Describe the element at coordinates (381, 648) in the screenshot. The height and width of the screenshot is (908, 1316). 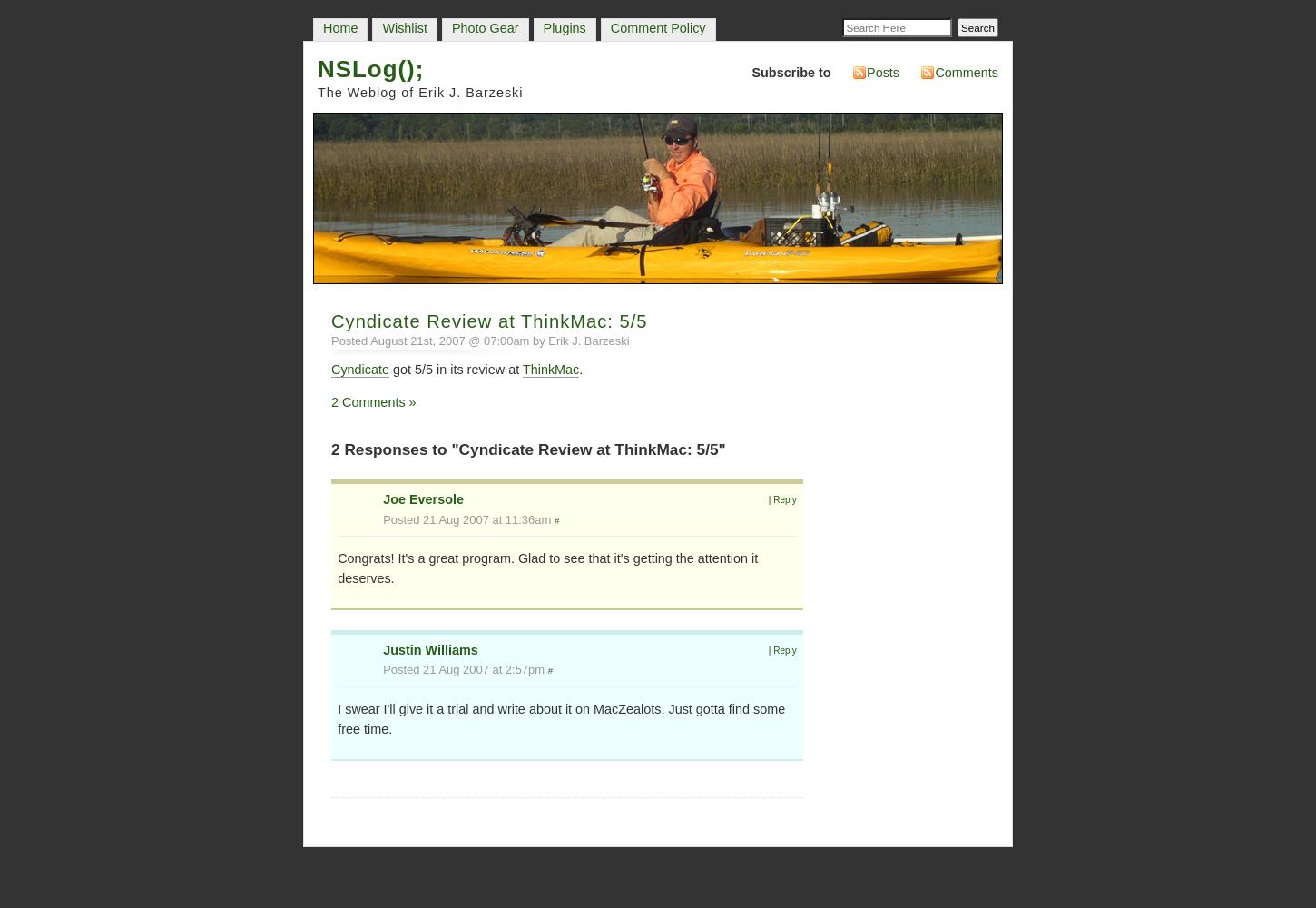
I see `'Justin Williams'` at that location.